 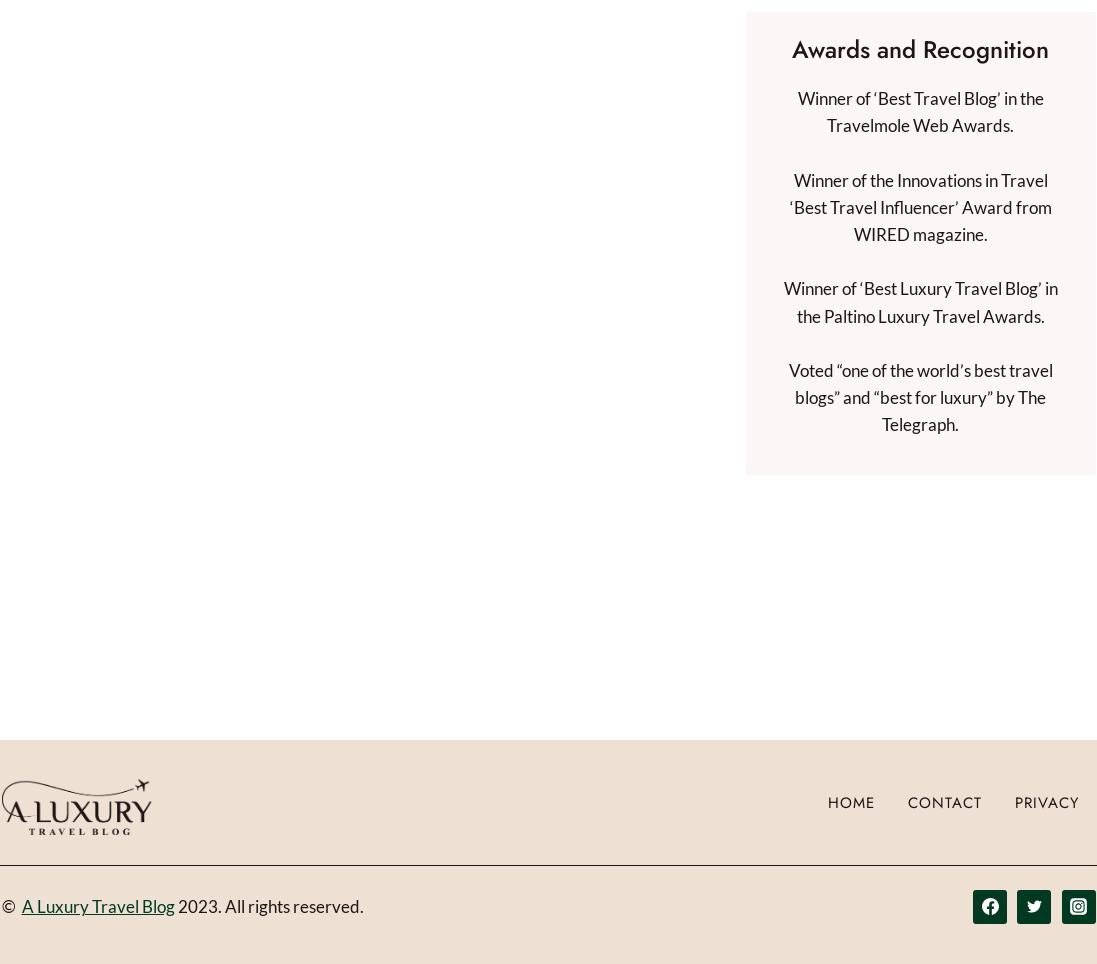 What do you see at coordinates (267, 904) in the screenshot?
I see `'2023. All rights reserved.'` at bounding box center [267, 904].